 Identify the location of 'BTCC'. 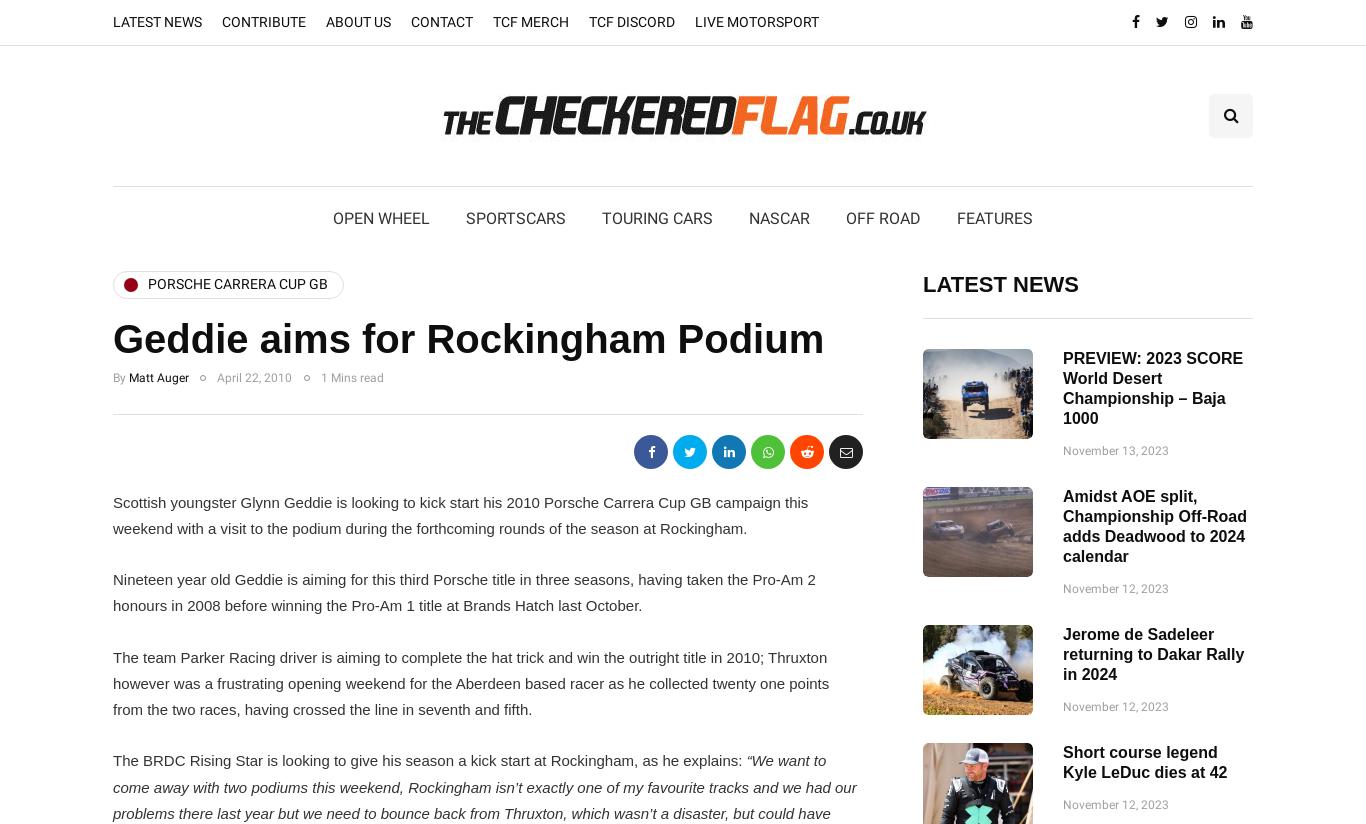
(622, 281).